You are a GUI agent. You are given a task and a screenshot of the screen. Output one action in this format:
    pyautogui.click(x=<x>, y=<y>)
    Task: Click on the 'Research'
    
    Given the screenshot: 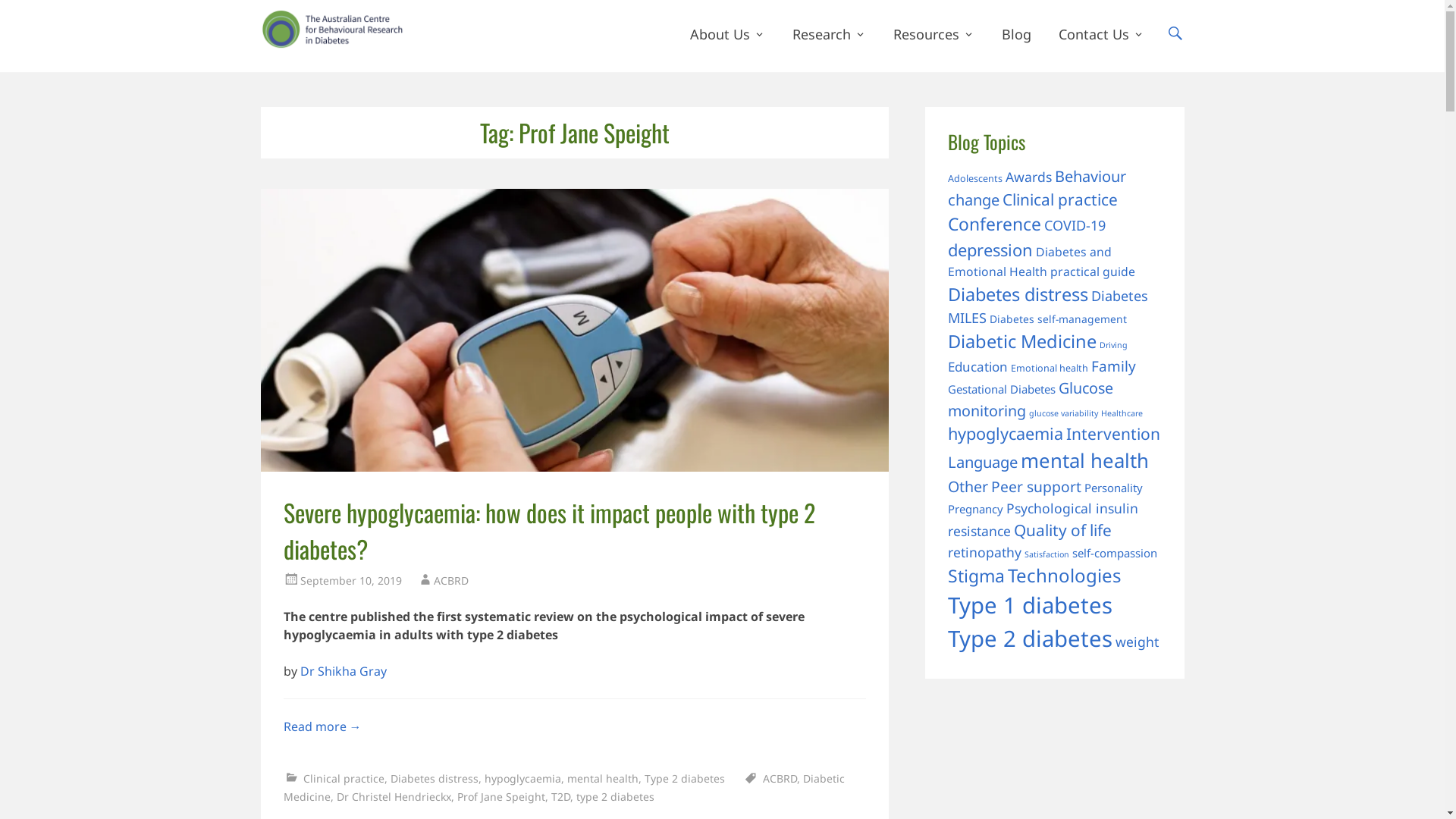 What is the action you would take?
    pyautogui.click(x=827, y=34)
    